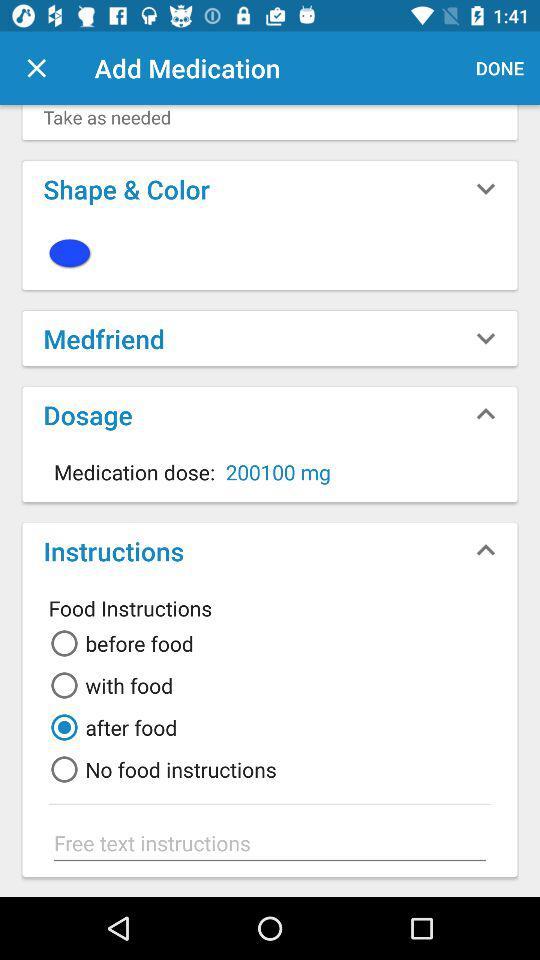 The height and width of the screenshot is (960, 540). Describe the element at coordinates (36, 68) in the screenshot. I see `leave screen` at that location.